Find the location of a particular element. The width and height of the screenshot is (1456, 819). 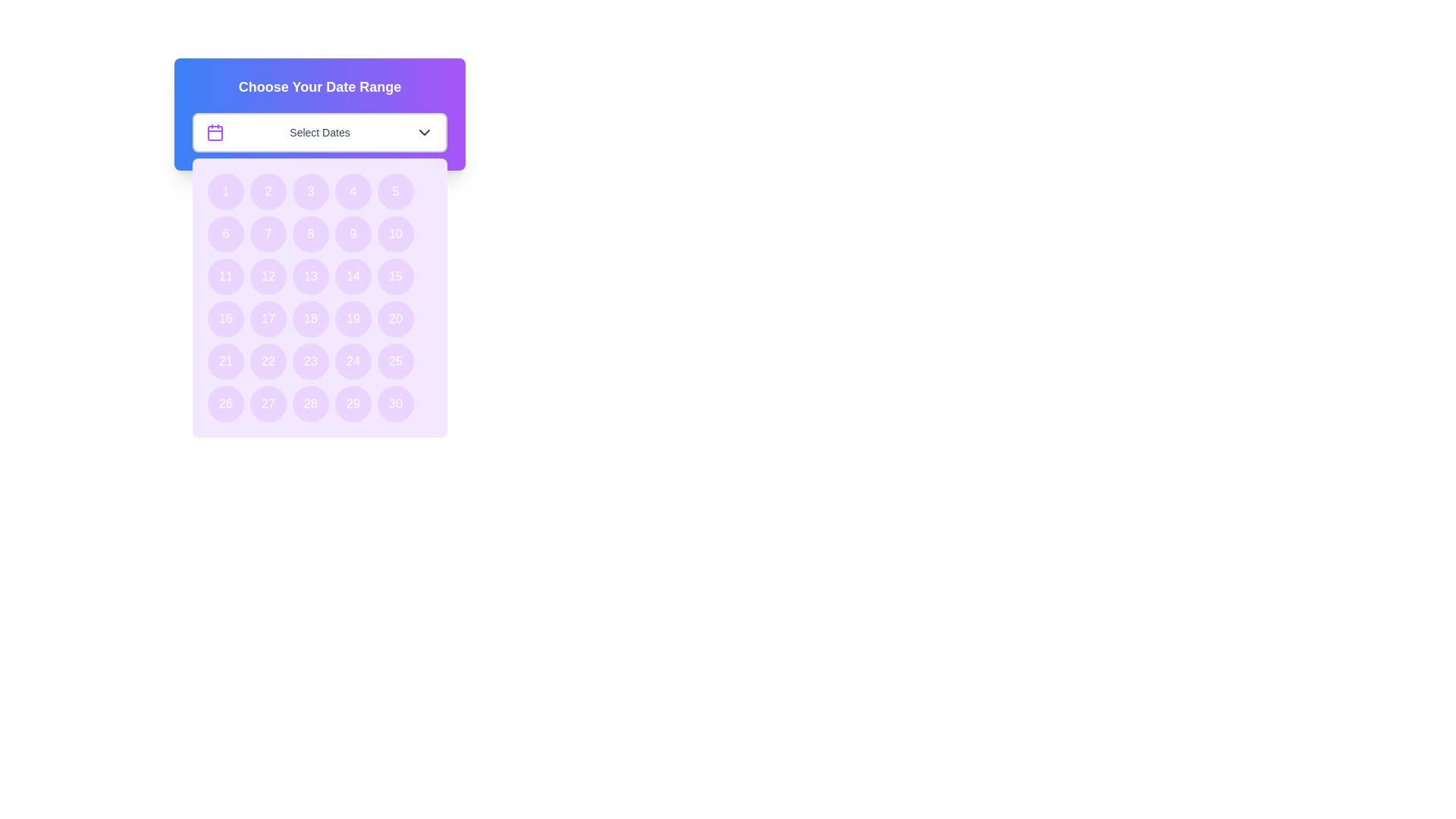

the button representing the selectable day '30' in the date picker calendar interface is located at coordinates (396, 403).